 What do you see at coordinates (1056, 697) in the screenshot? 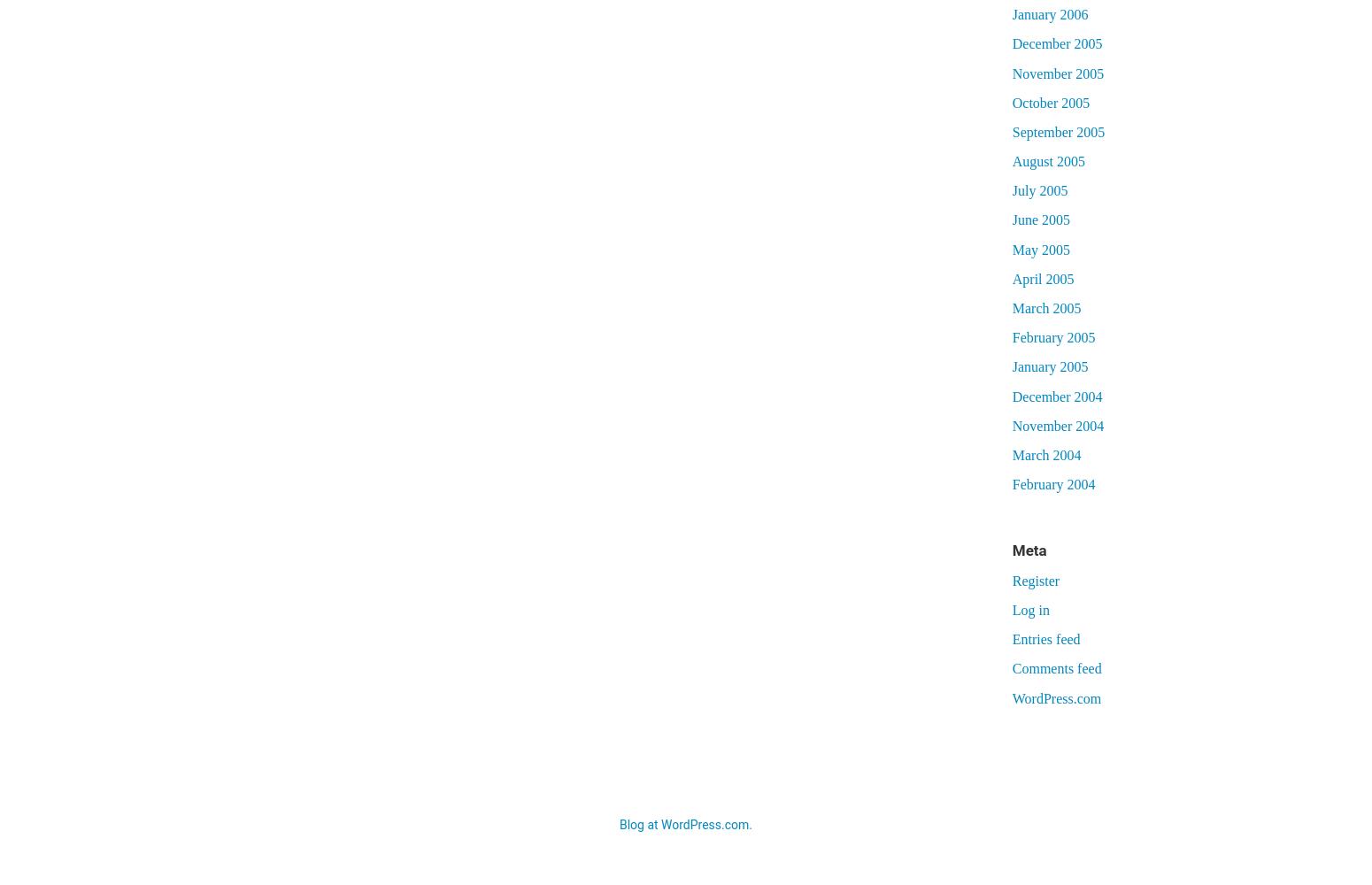
I see `'WordPress.com'` at bounding box center [1056, 697].